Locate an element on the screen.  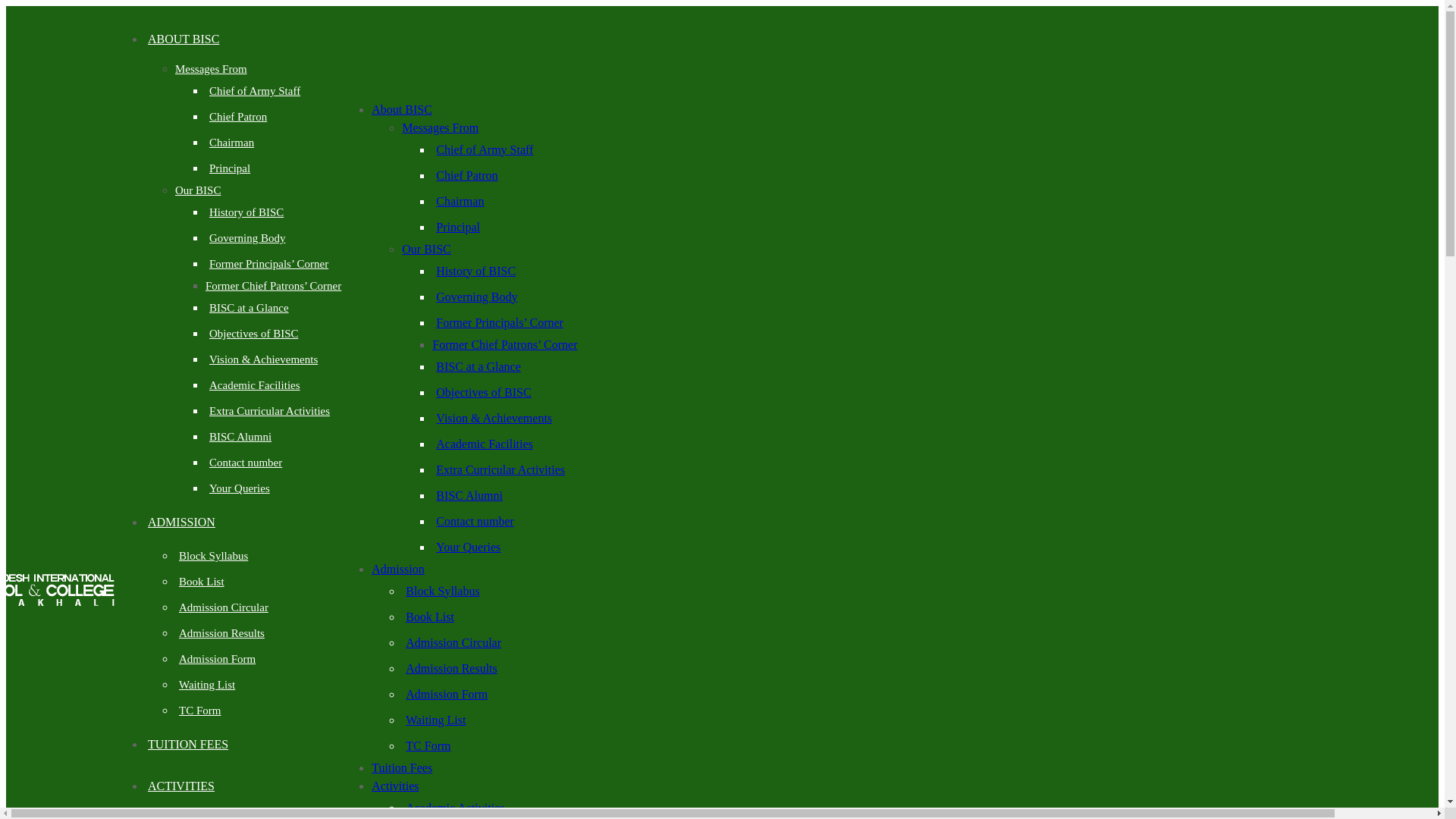
'Your Queries' is located at coordinates (467, 546).